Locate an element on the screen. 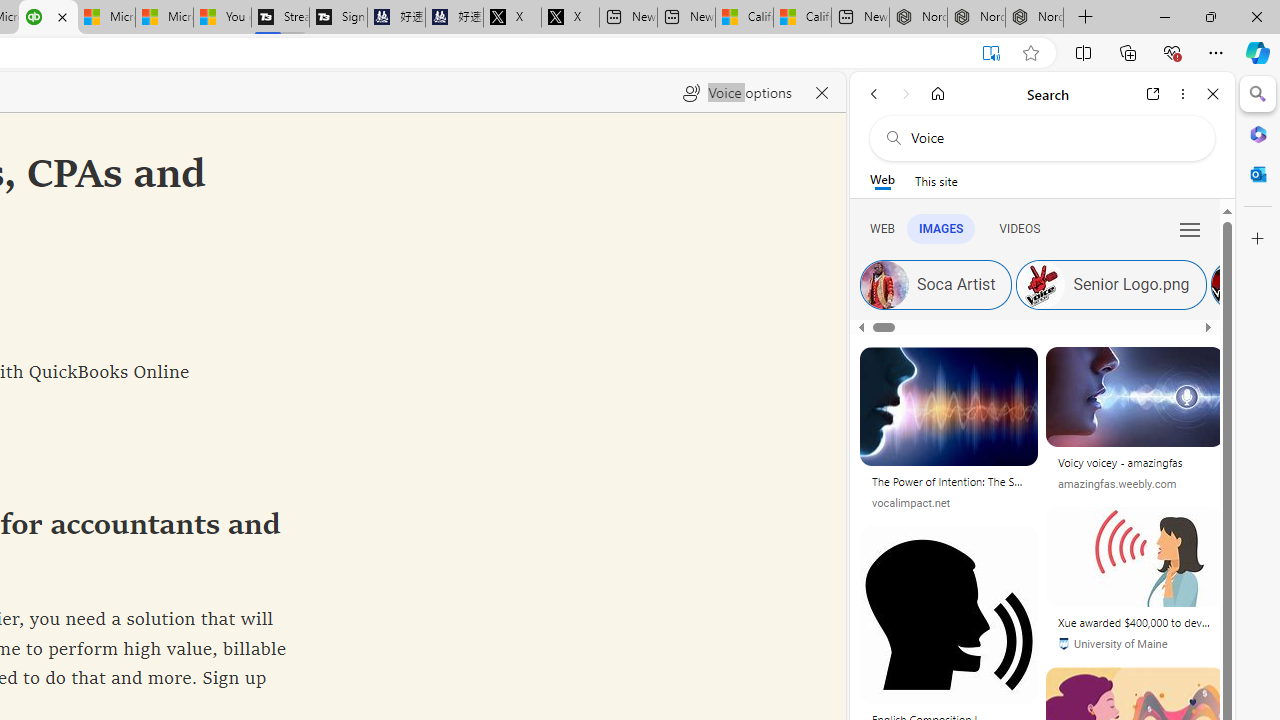 The height and width of the screenshot is (720, 1280). 'Microsoft Start Sports' is located at coordinates (105, 17).